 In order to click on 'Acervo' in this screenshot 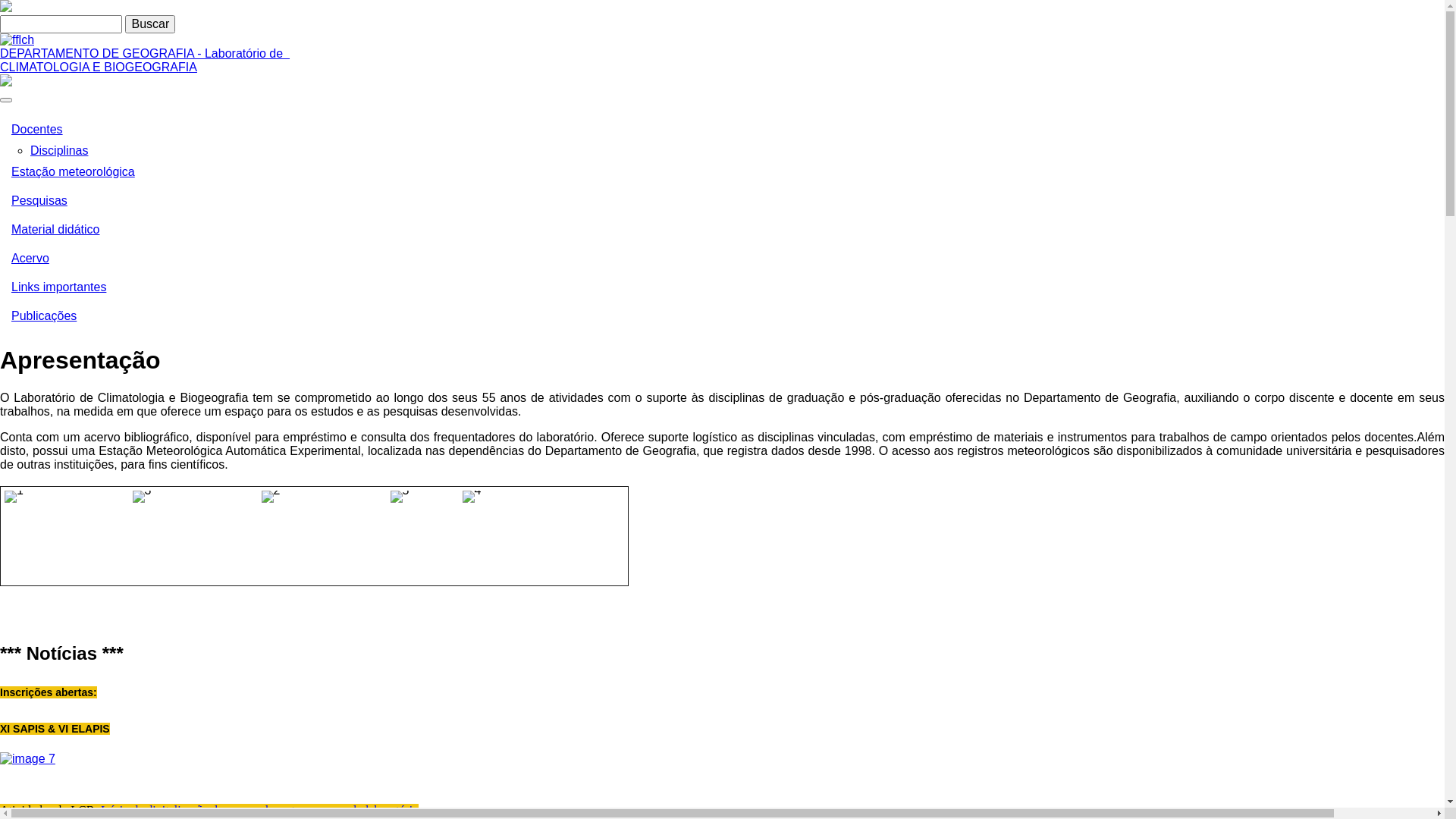, I will do `click(0, 257)`.